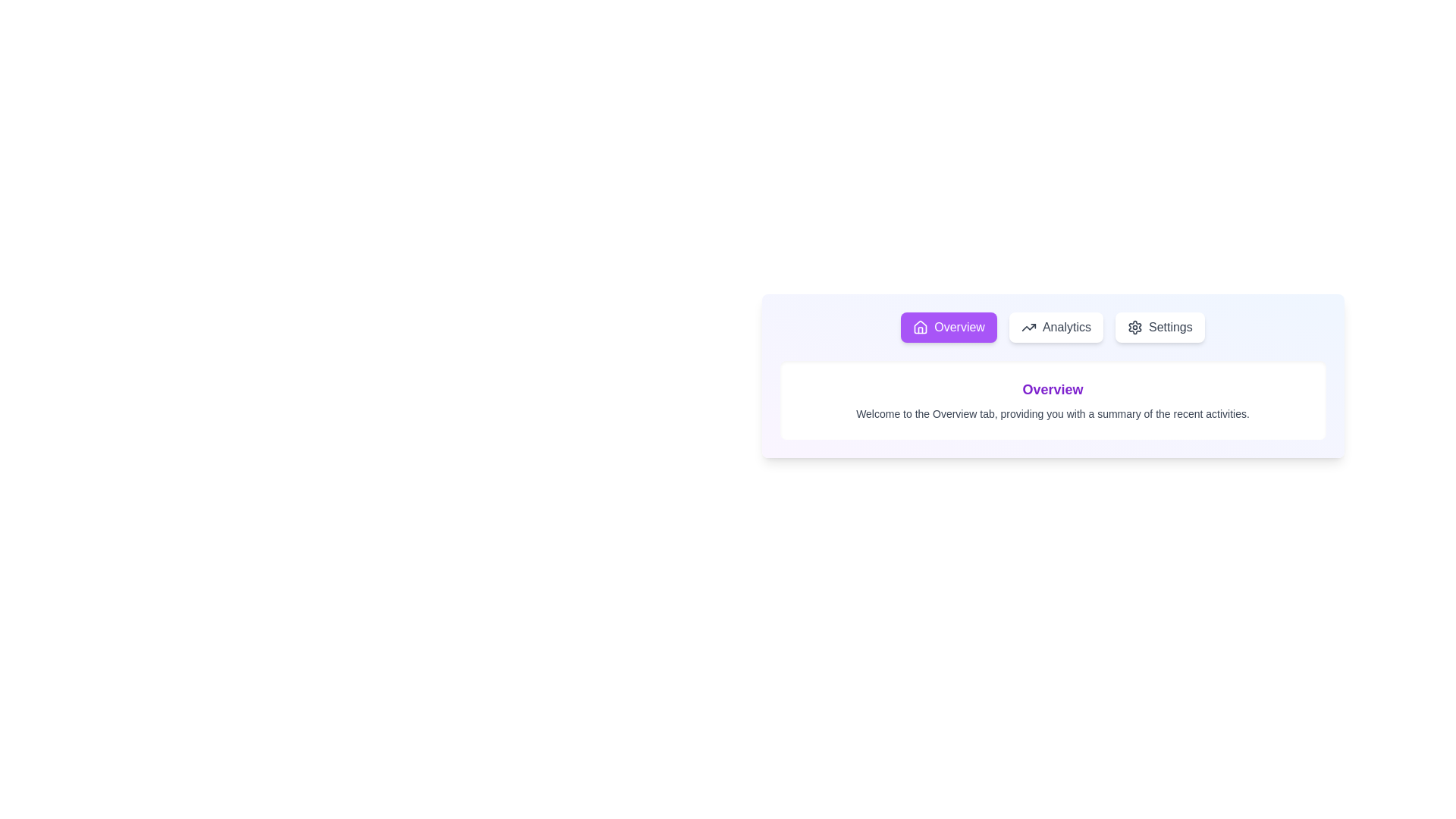 Image resolution: width=1456 pixels, height=819 pixels. What do you see at coordinates (948, 327) in the screenshot?
I see `the rectangular button with a purple background and white text and icon labeled 'Overview'` at bounding box center [948, 327].